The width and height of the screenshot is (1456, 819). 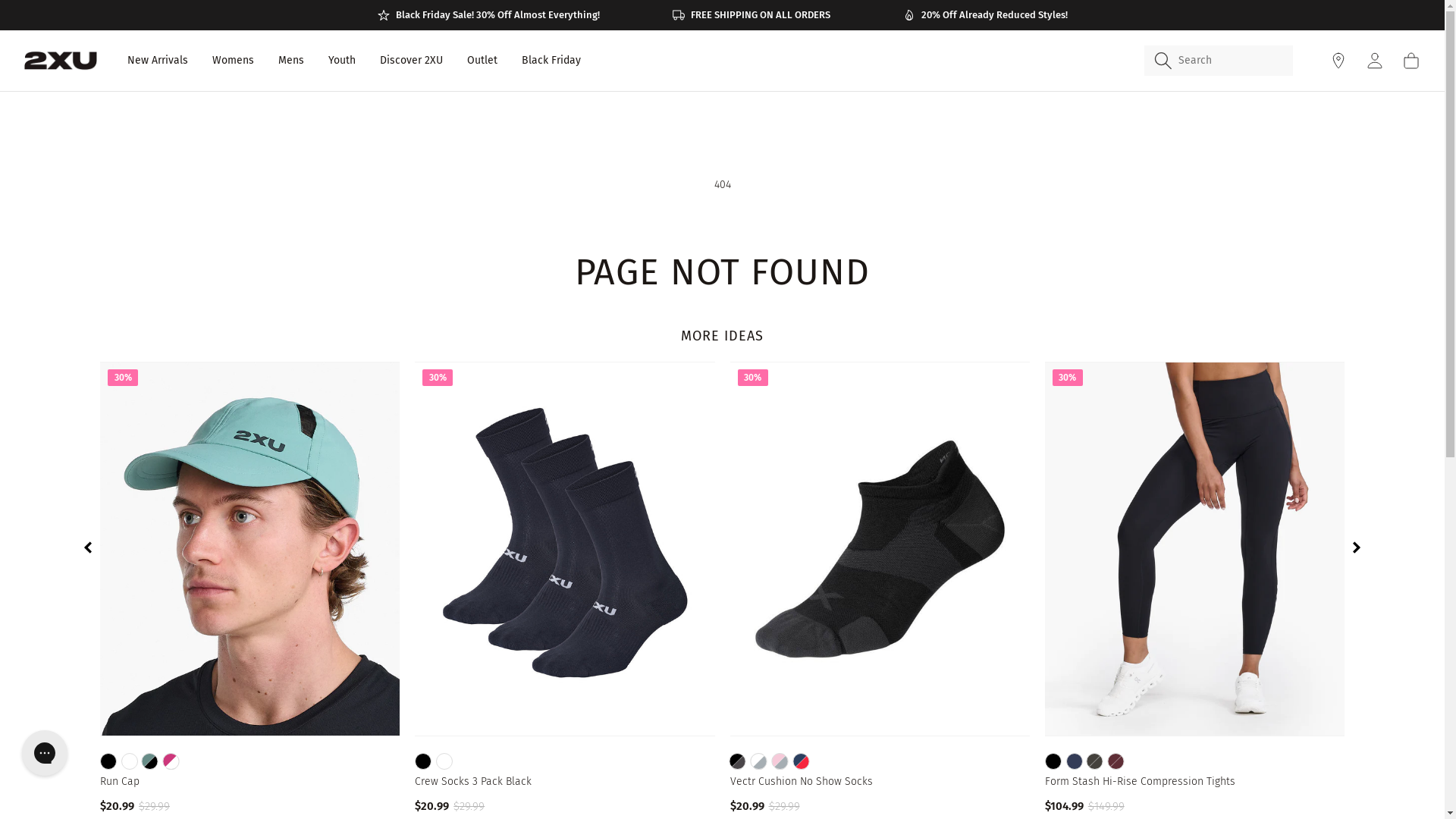 I want to click on 'Form Stash Hi-Rise Compression Tights', so click(x=1194, y=781).